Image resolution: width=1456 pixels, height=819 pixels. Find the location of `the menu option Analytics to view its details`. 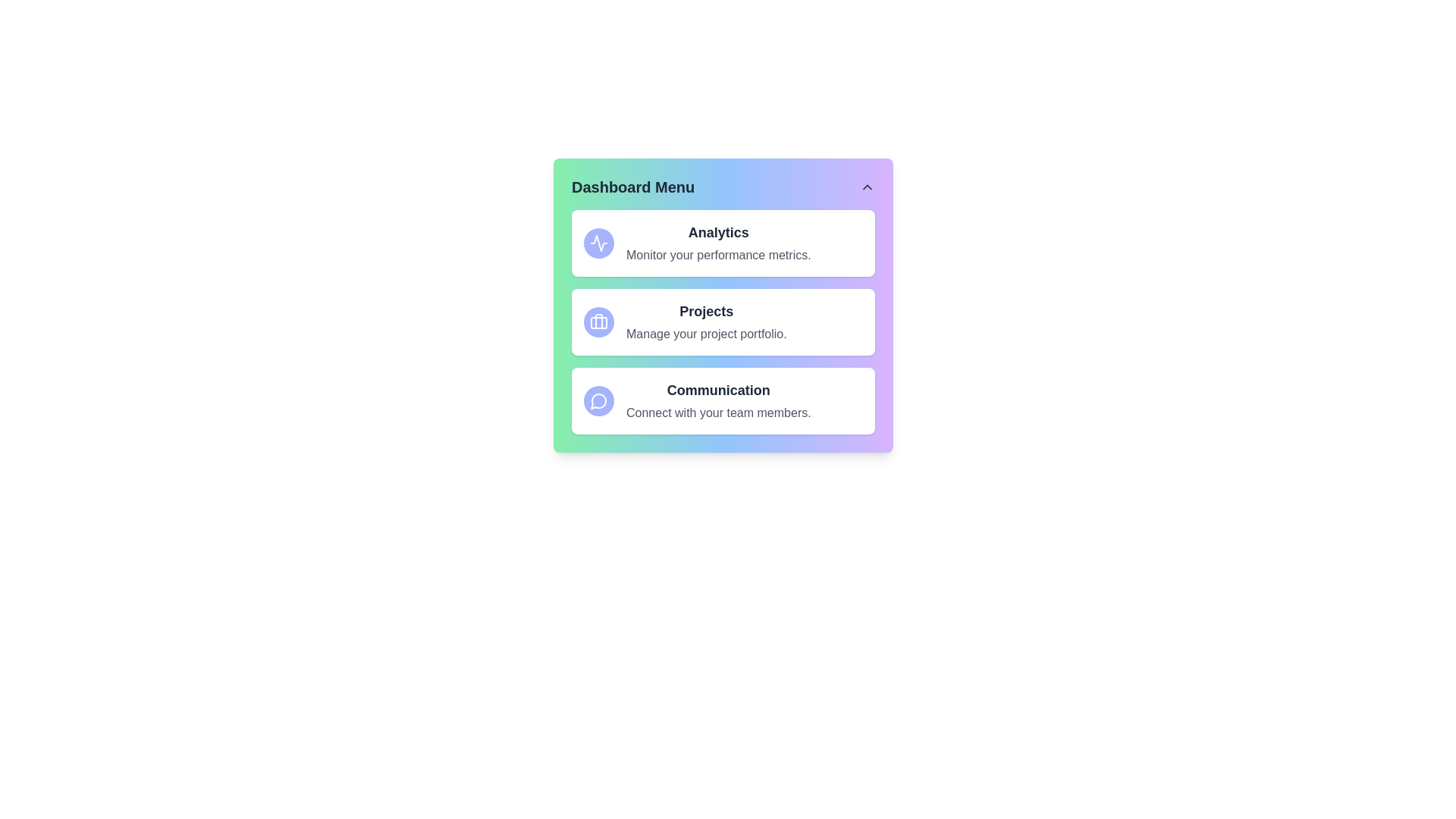

the menu option Analytics to view its details is located at coordinates (723, 242).